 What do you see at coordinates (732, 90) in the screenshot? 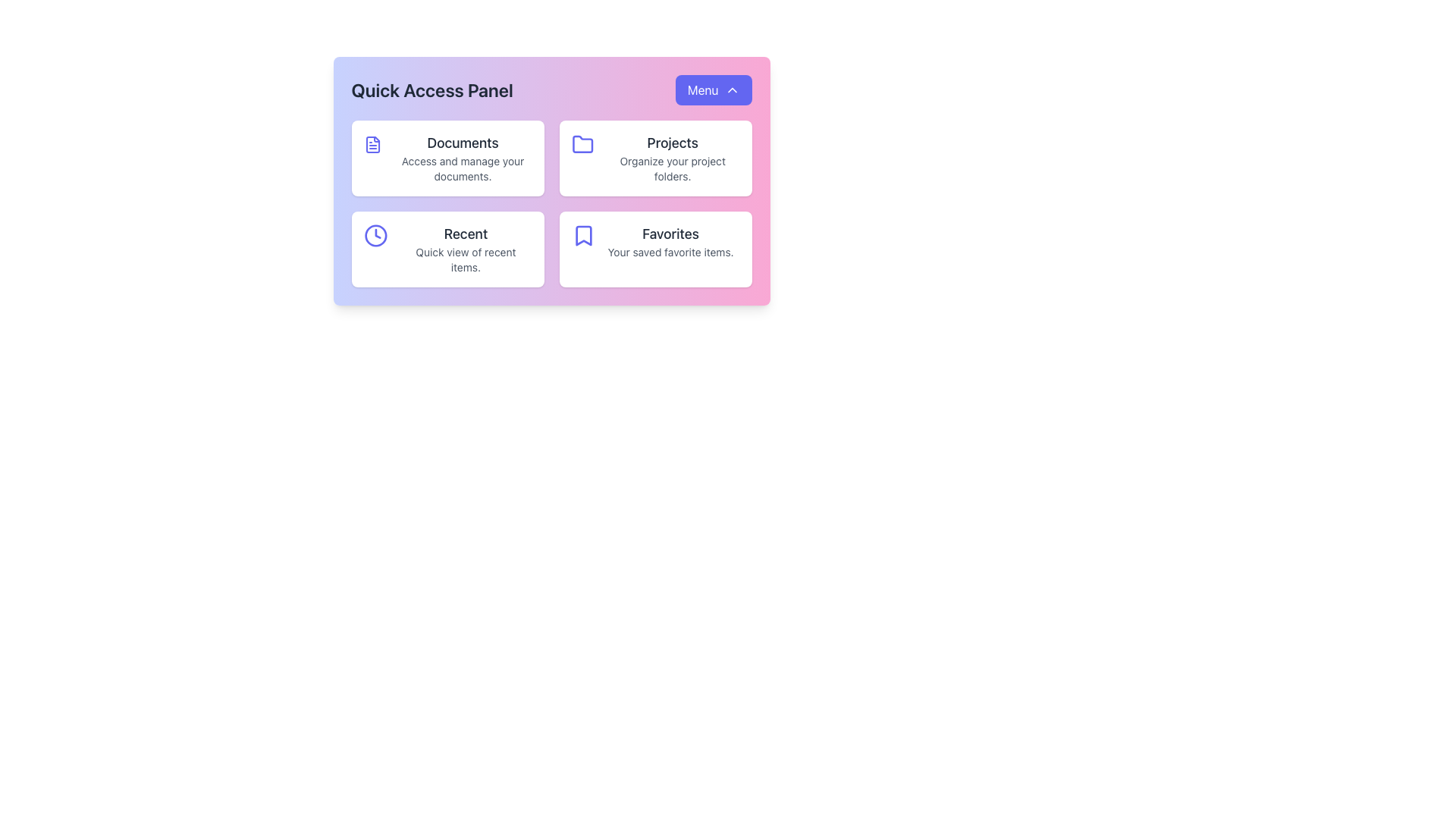
I see `the chevron SVG icon located within the 'Menu' button in the top-right corner of the panel` at bounding box center [732, 90].